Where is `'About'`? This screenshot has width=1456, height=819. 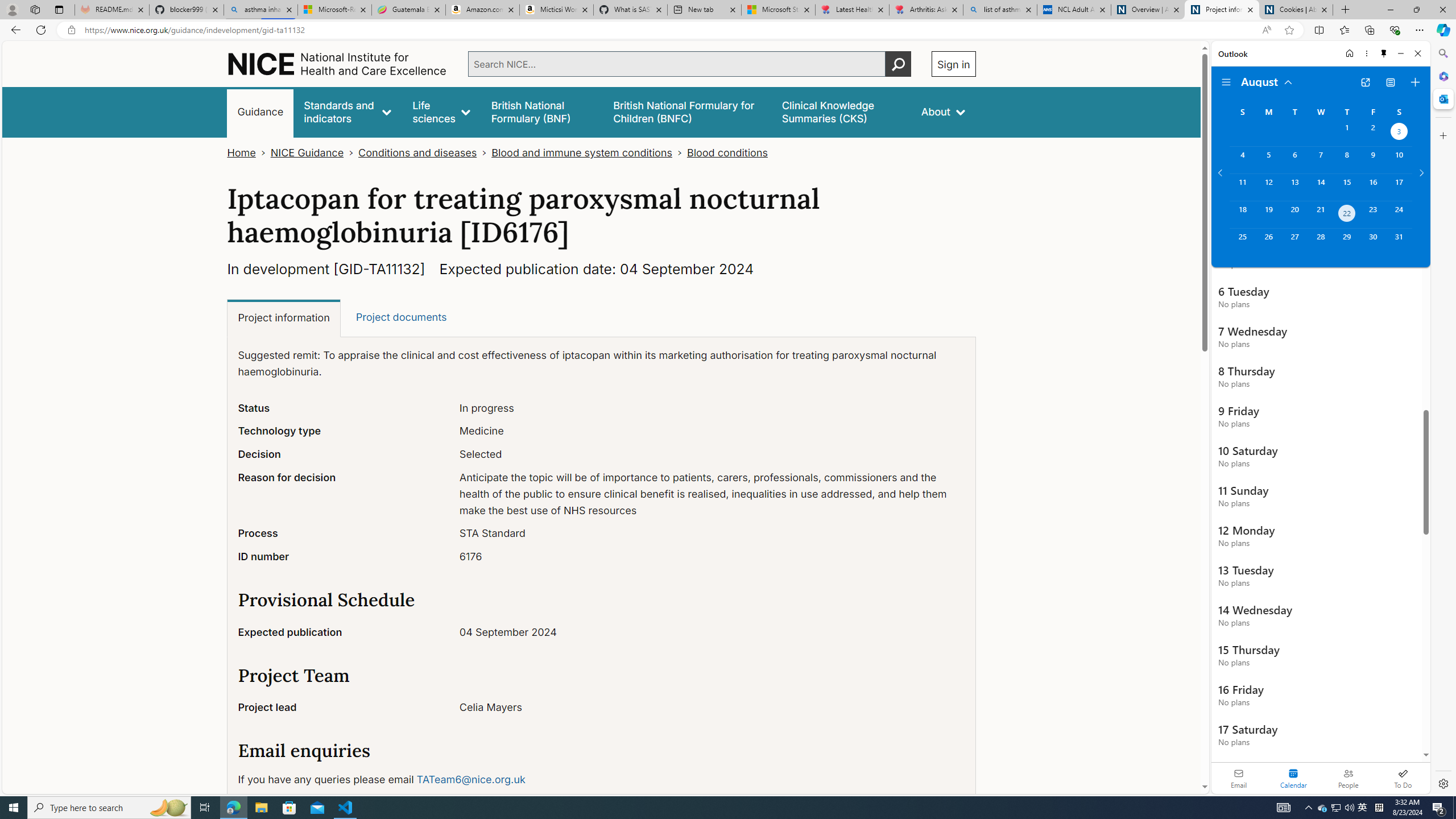 'About' is located at coordinates (942, 111).